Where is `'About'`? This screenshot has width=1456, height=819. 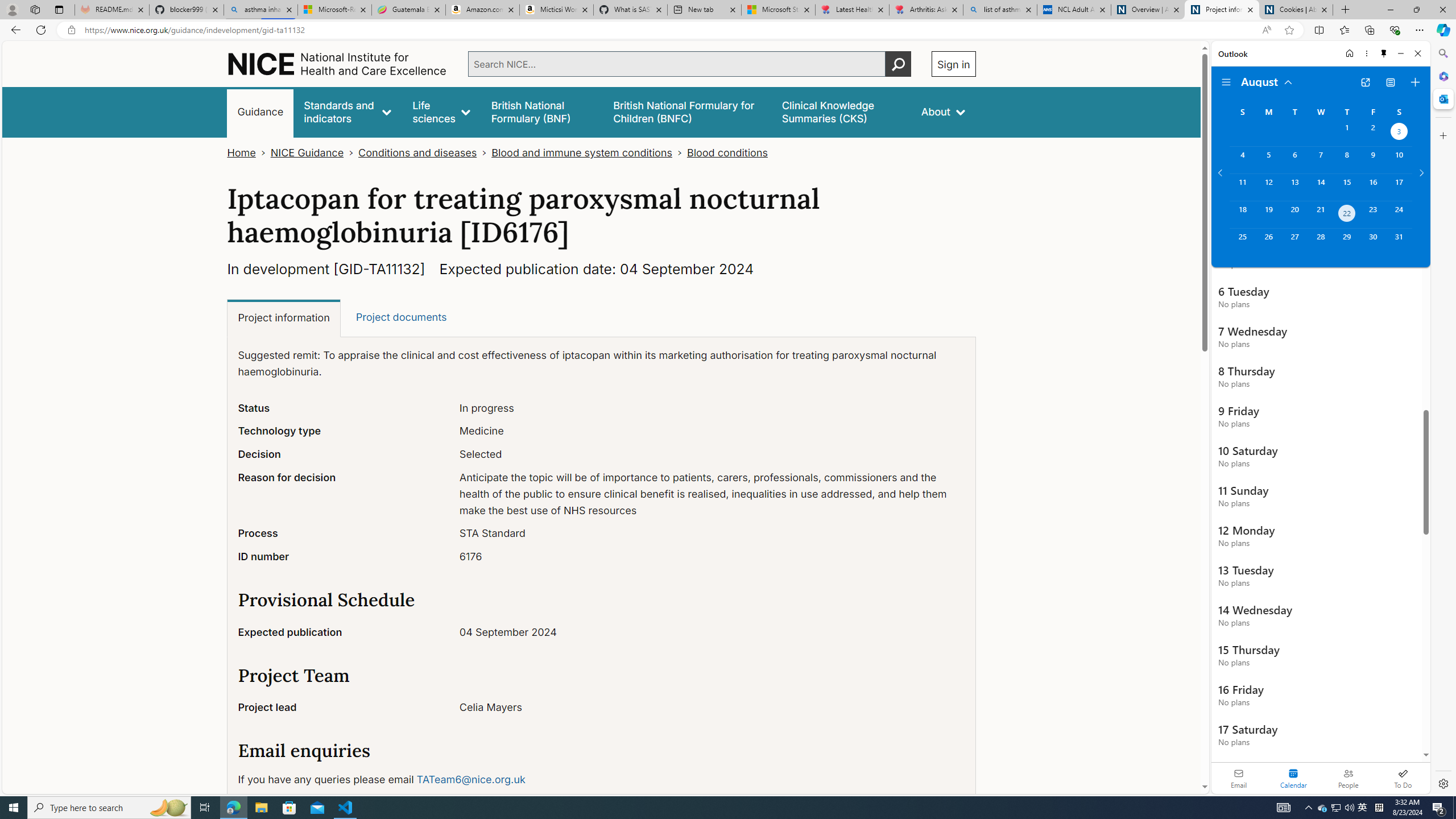 'About' is located at coordinates (942, 111).